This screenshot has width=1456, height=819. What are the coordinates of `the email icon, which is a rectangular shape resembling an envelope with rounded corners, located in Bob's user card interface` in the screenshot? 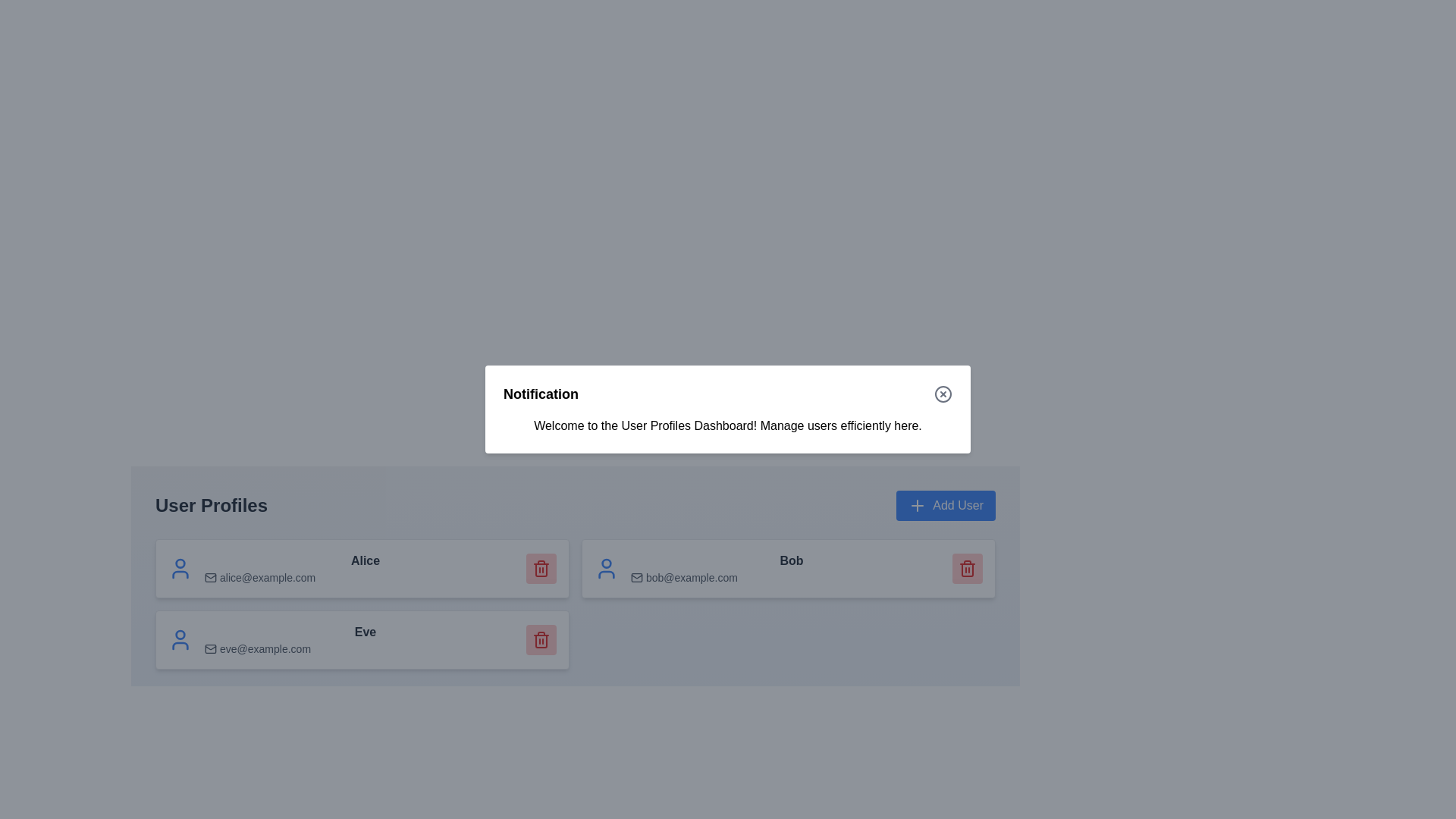 It's located at (637, 578).